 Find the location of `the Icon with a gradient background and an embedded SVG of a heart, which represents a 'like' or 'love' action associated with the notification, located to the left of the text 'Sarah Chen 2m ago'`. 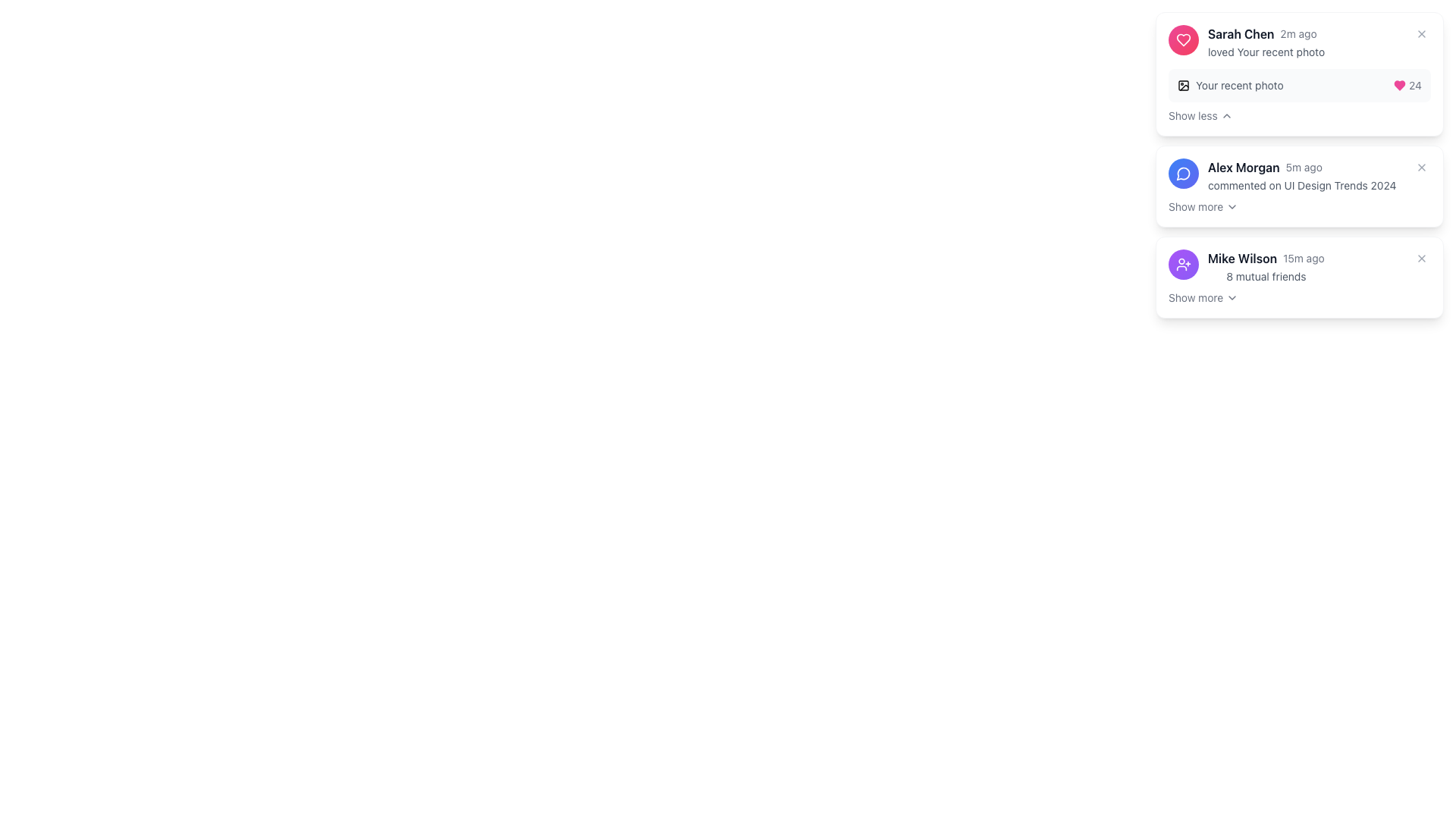

the Icon with a gradient background and an embedded SVG of a heart, which represents a 'like' or 'love' action associated with the notification, located to the left of the text 'Sarah Chen 2m ago' is located at coordinates (1182, 39).